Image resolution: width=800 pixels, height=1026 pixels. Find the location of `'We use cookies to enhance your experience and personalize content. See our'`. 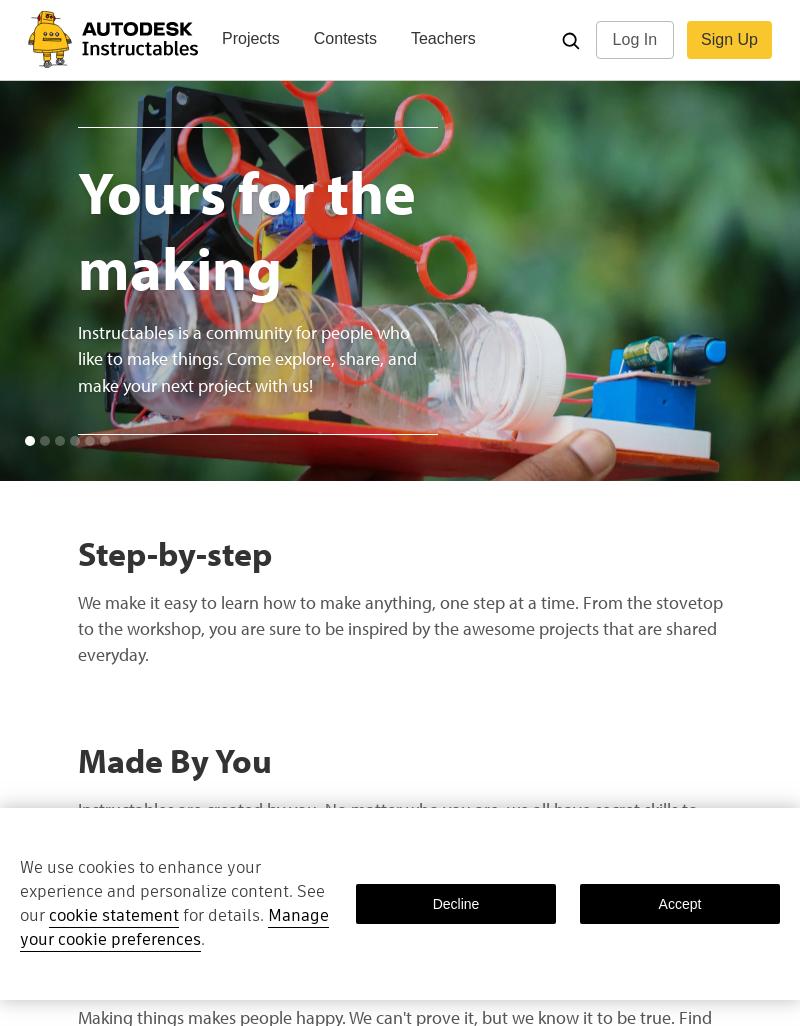

'We use cookies to enhance your experience and personalize content. See our' is located at coordinates (171, 890).